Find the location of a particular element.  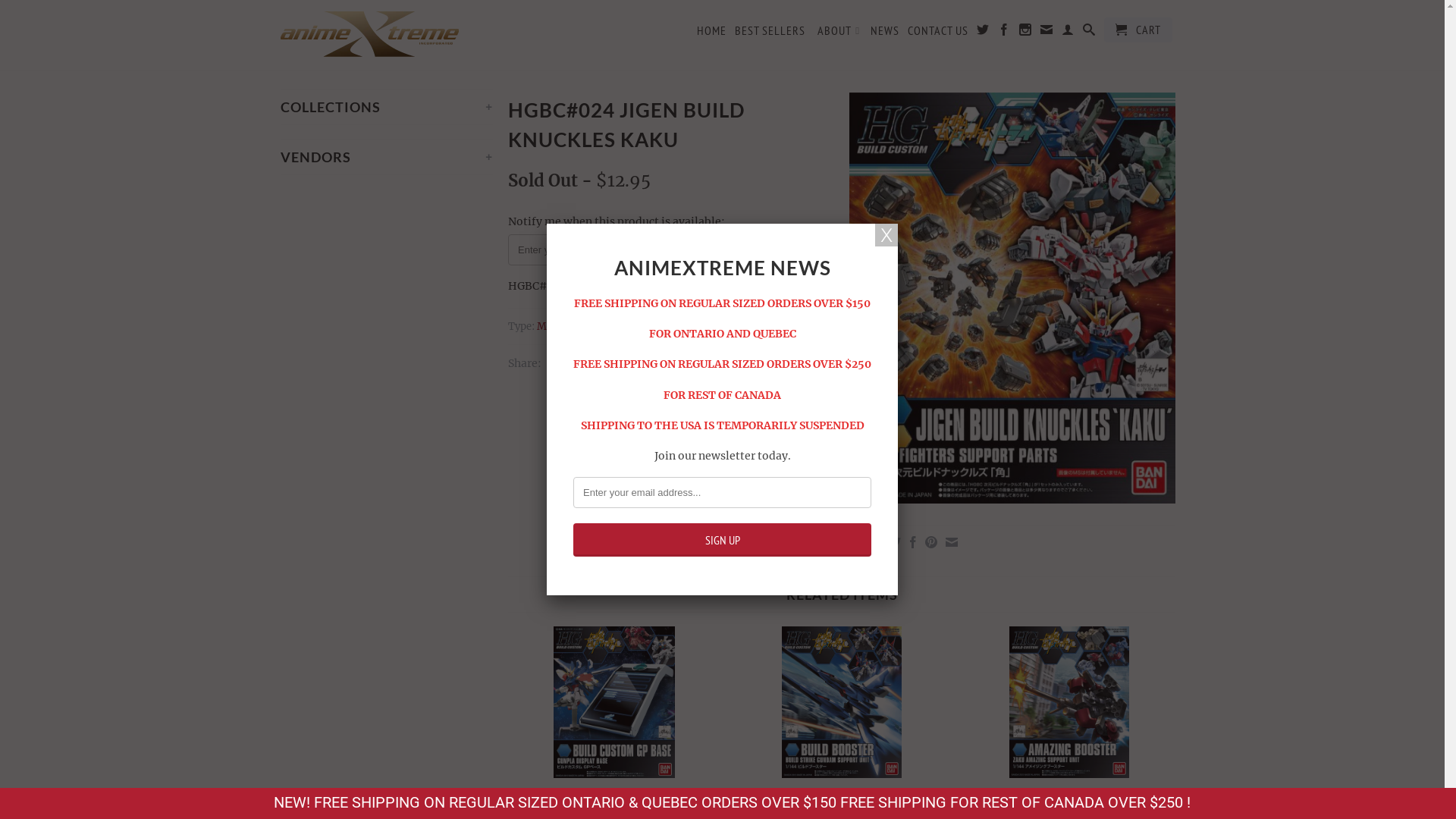

'Close' is located at coordinates (874, 234).